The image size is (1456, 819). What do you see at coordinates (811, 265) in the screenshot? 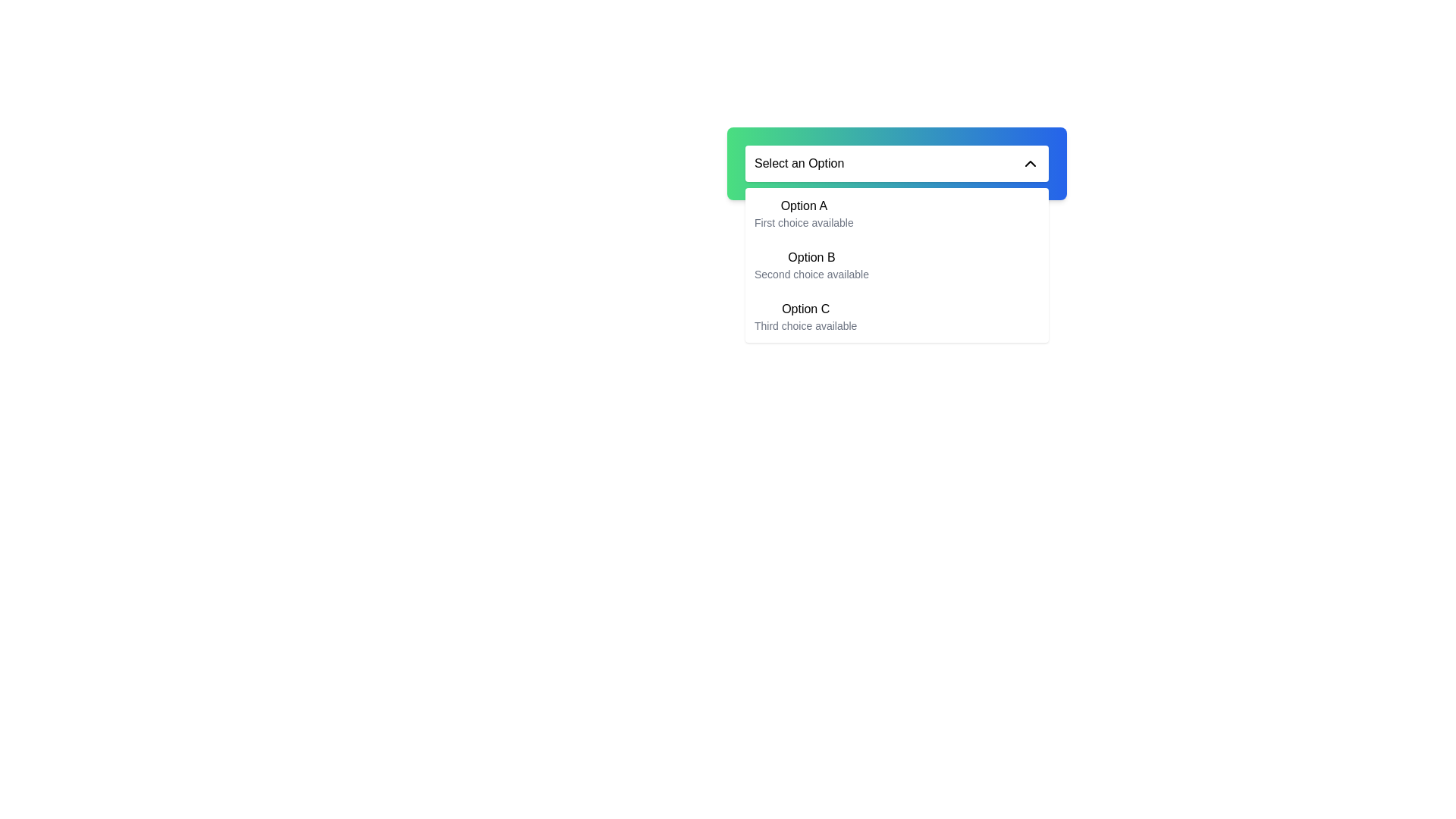
I see `the 'Option B' menu item in the dropdown selection` at bounding box center [811, 265].